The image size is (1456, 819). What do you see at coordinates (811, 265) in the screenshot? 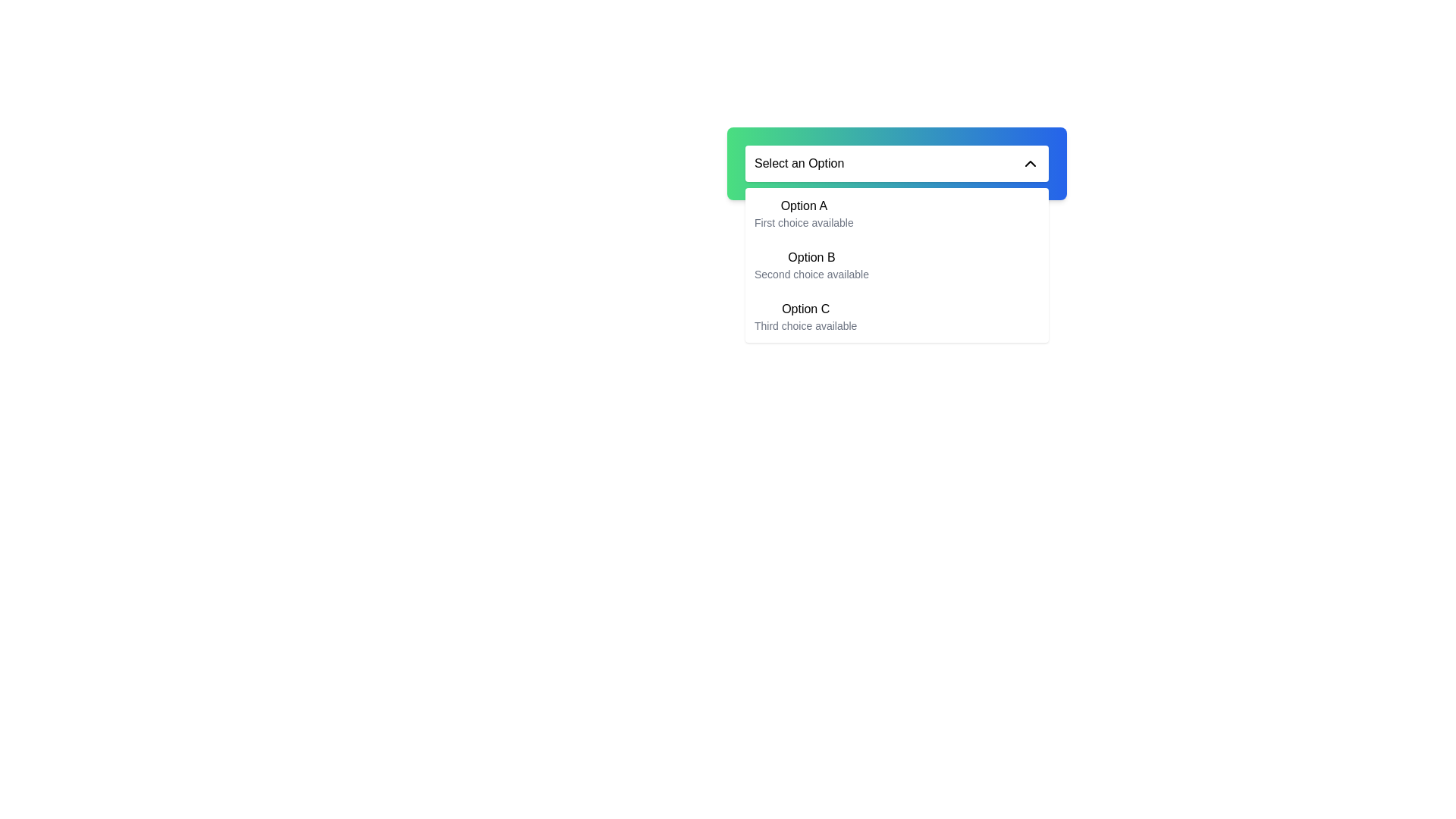
I see `the 'Option B' menu item in the dropdown selection` at bounding box center [811, 265].